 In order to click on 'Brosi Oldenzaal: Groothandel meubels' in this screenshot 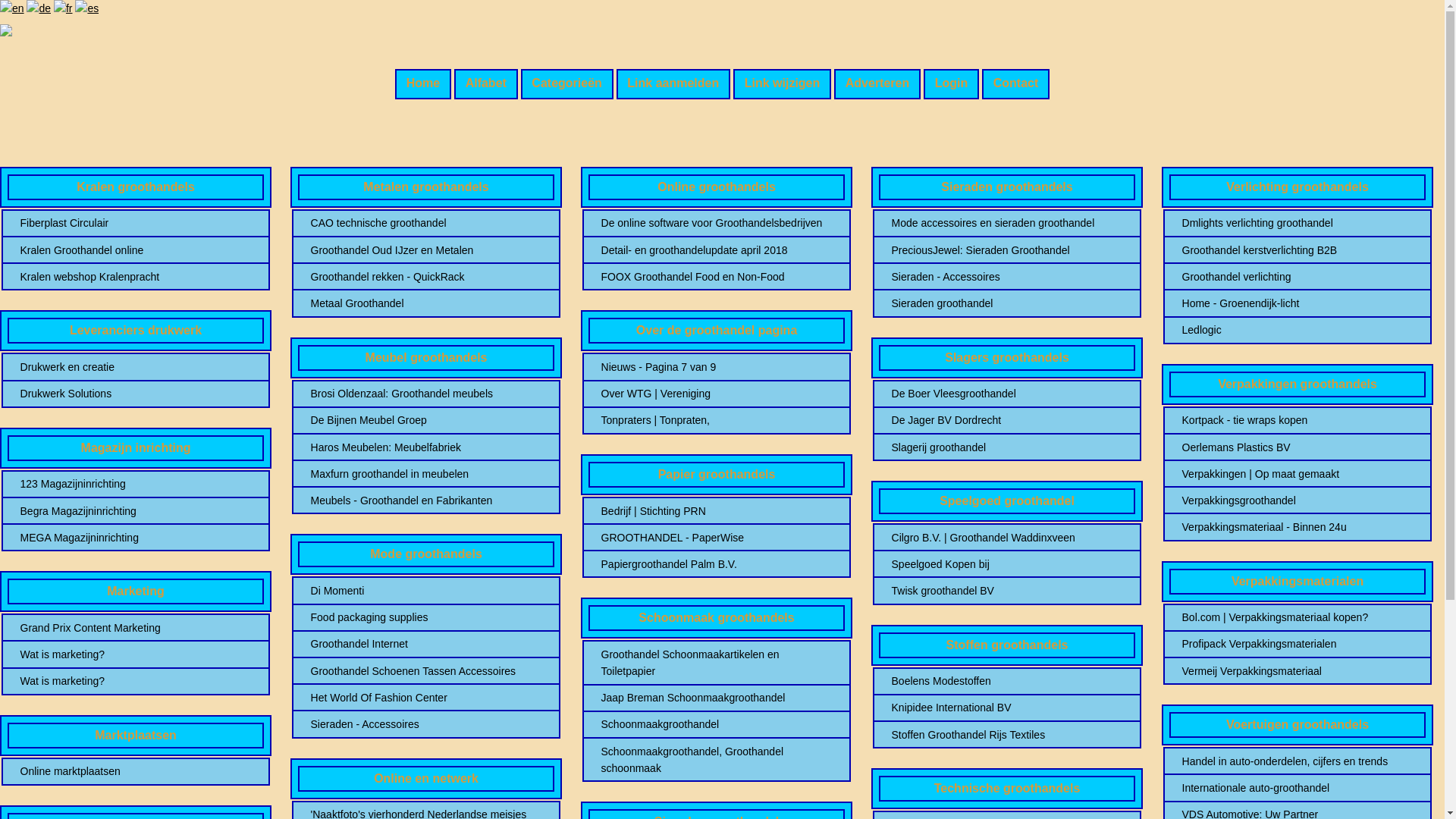, I will do `click(425, 393)`.